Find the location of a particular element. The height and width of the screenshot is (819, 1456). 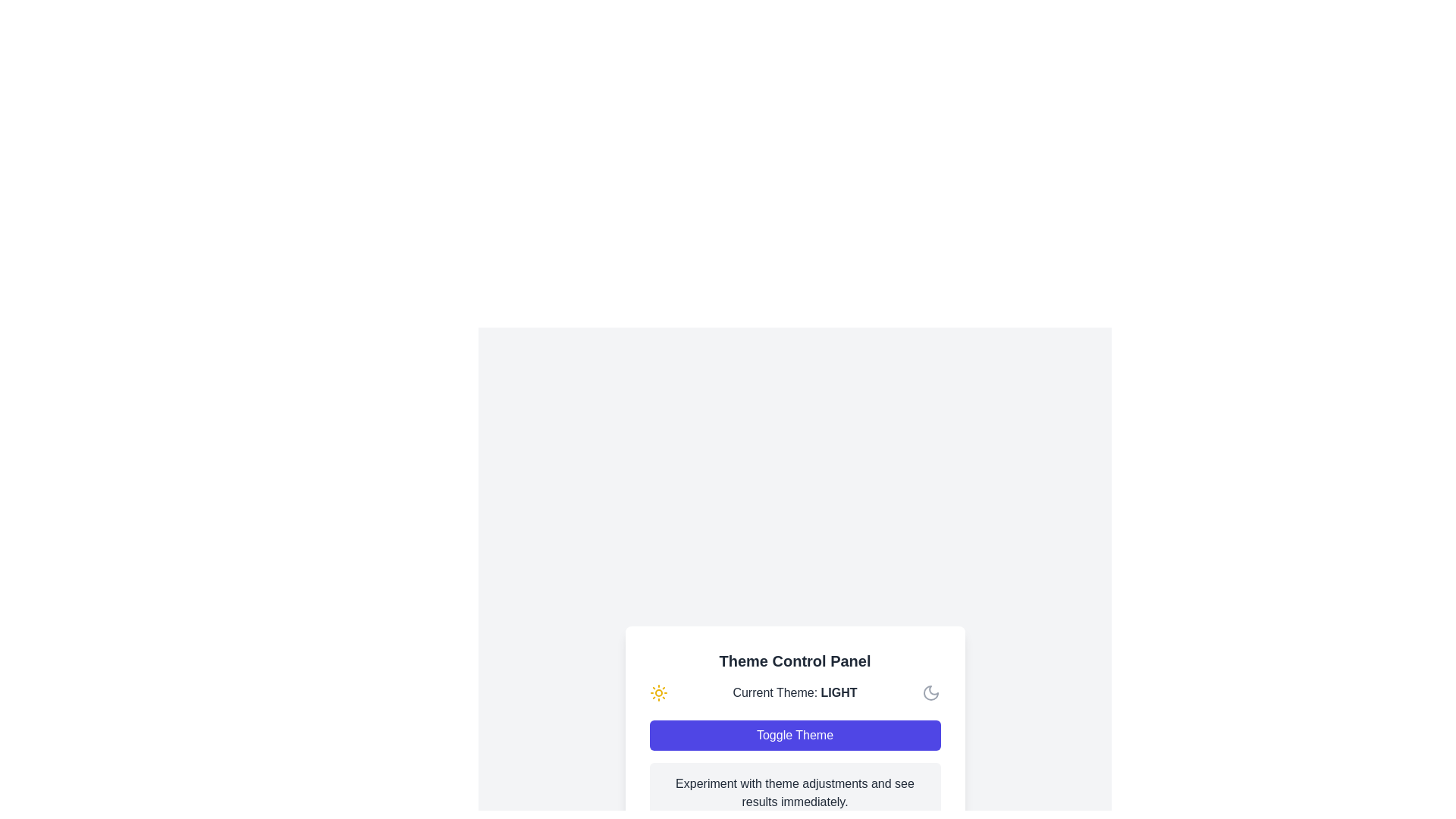

the text label 'LIGHT', which is styled in bold, sans-serif font and indicates the current theme in the control panel is located at coordinates (838, 692).